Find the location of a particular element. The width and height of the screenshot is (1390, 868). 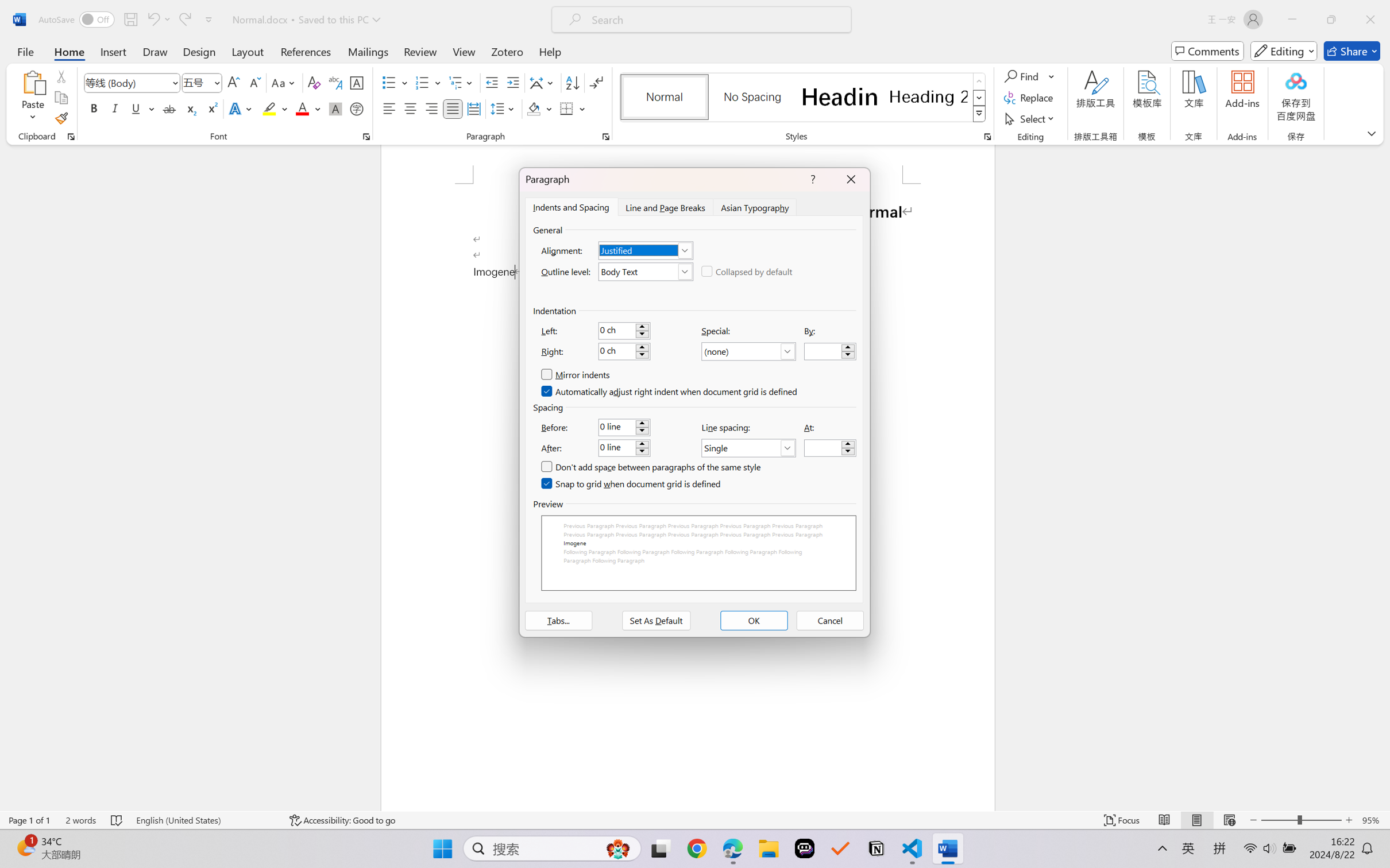

'Row up' is located at coordinates (978, 81).